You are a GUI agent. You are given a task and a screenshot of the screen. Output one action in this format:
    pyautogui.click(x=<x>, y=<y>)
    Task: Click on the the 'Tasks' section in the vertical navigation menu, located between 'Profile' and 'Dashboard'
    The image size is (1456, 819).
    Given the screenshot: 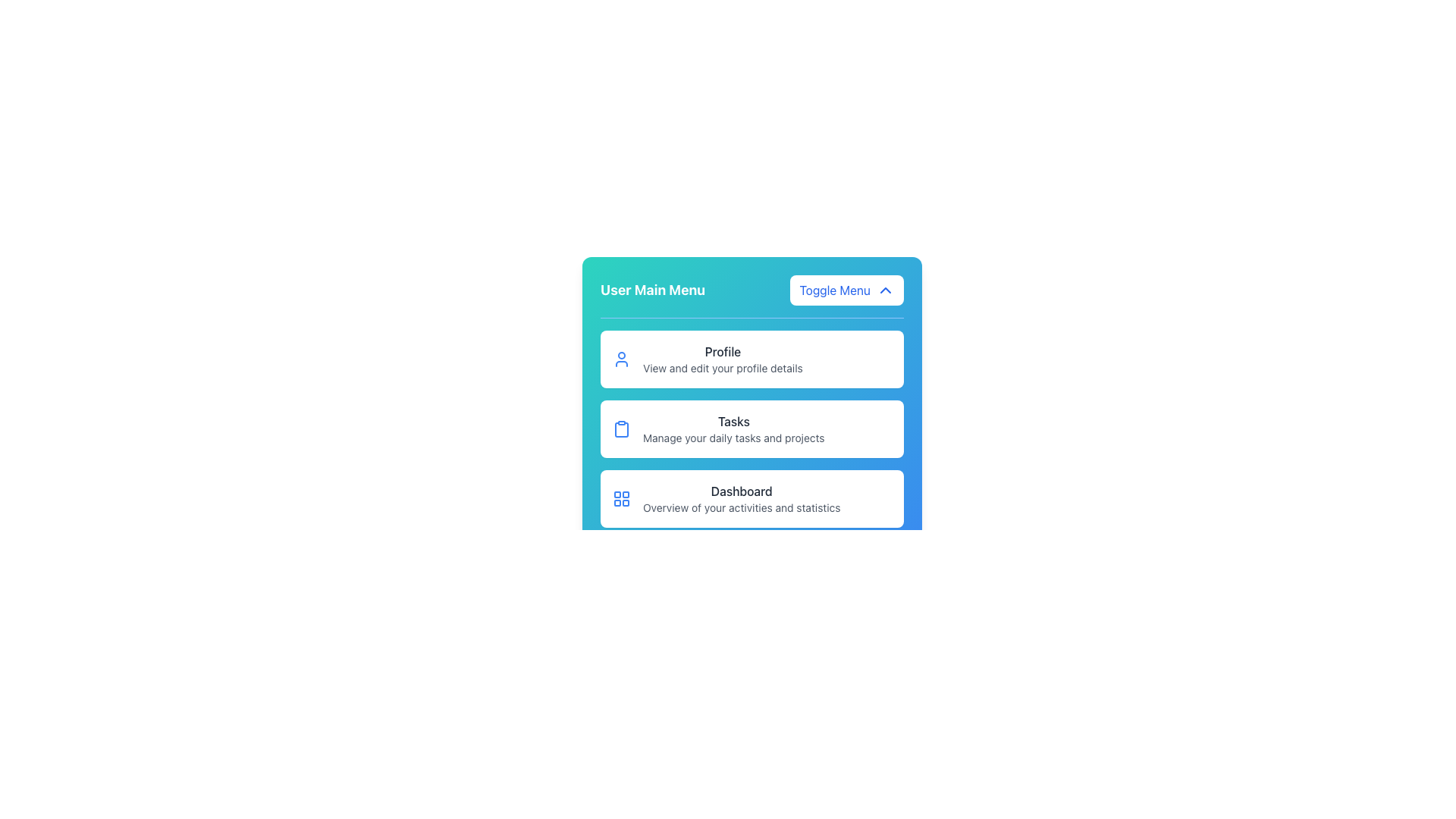 What is the action you would take?
    pyautogui.click(x=733, y=429)
    